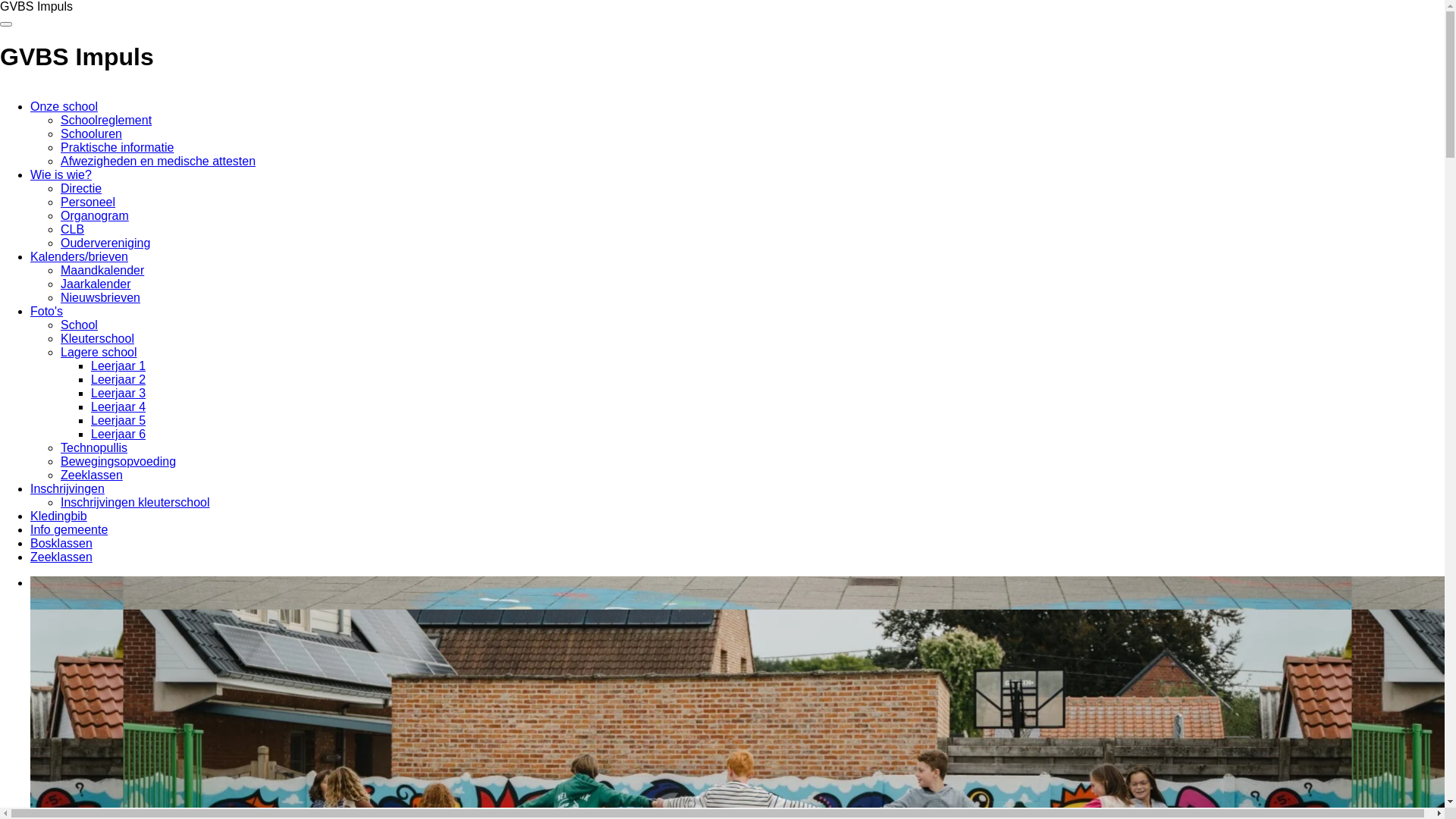  Describe the element at coordinates (101, 269) in the screenshot. I see `'Maandkalender'` at that location.